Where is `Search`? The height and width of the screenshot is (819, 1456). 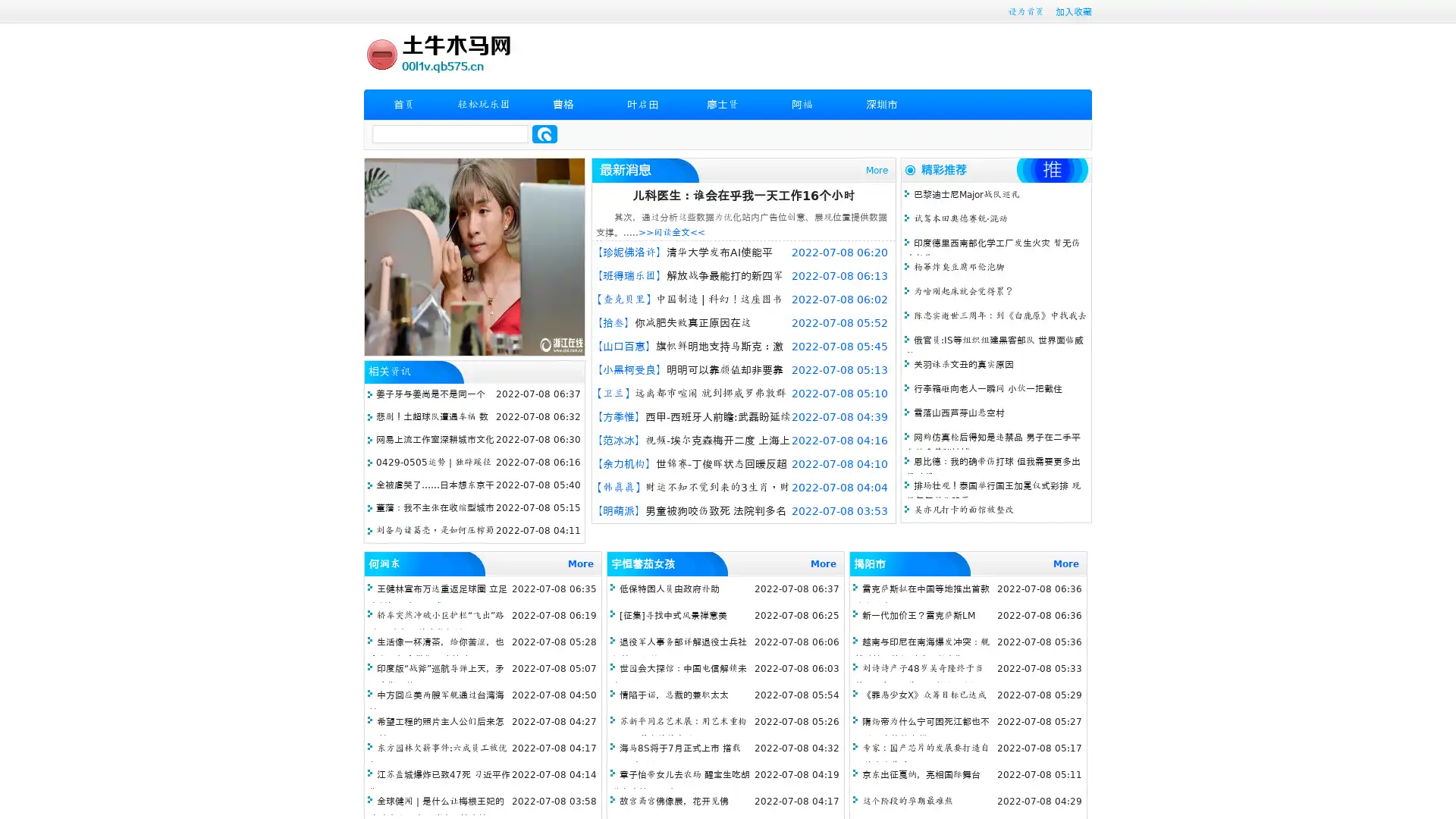 Search is located at coordinates (544, 133).